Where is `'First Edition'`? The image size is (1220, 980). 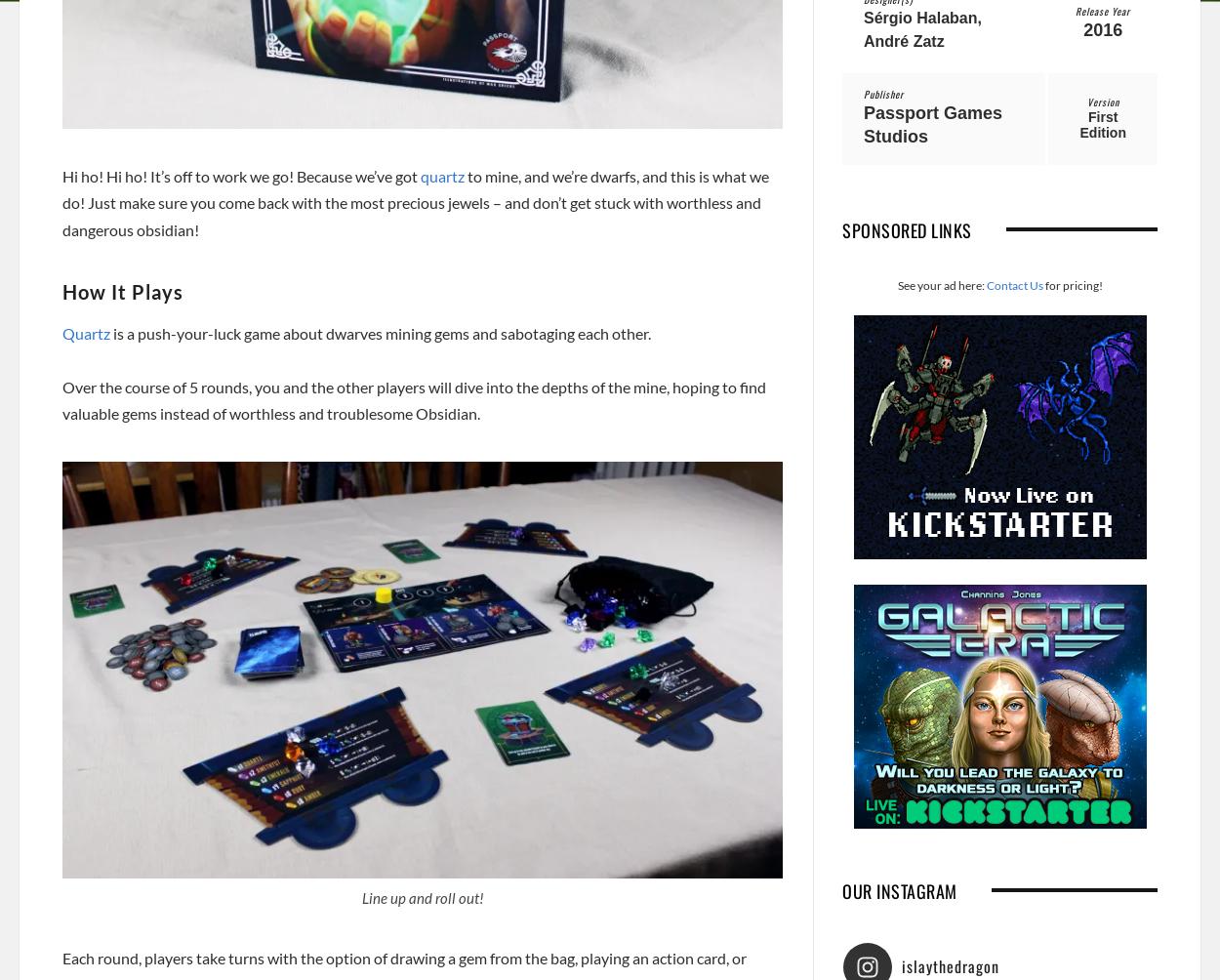 'First Edition' is located at coordinates (1102, 123).